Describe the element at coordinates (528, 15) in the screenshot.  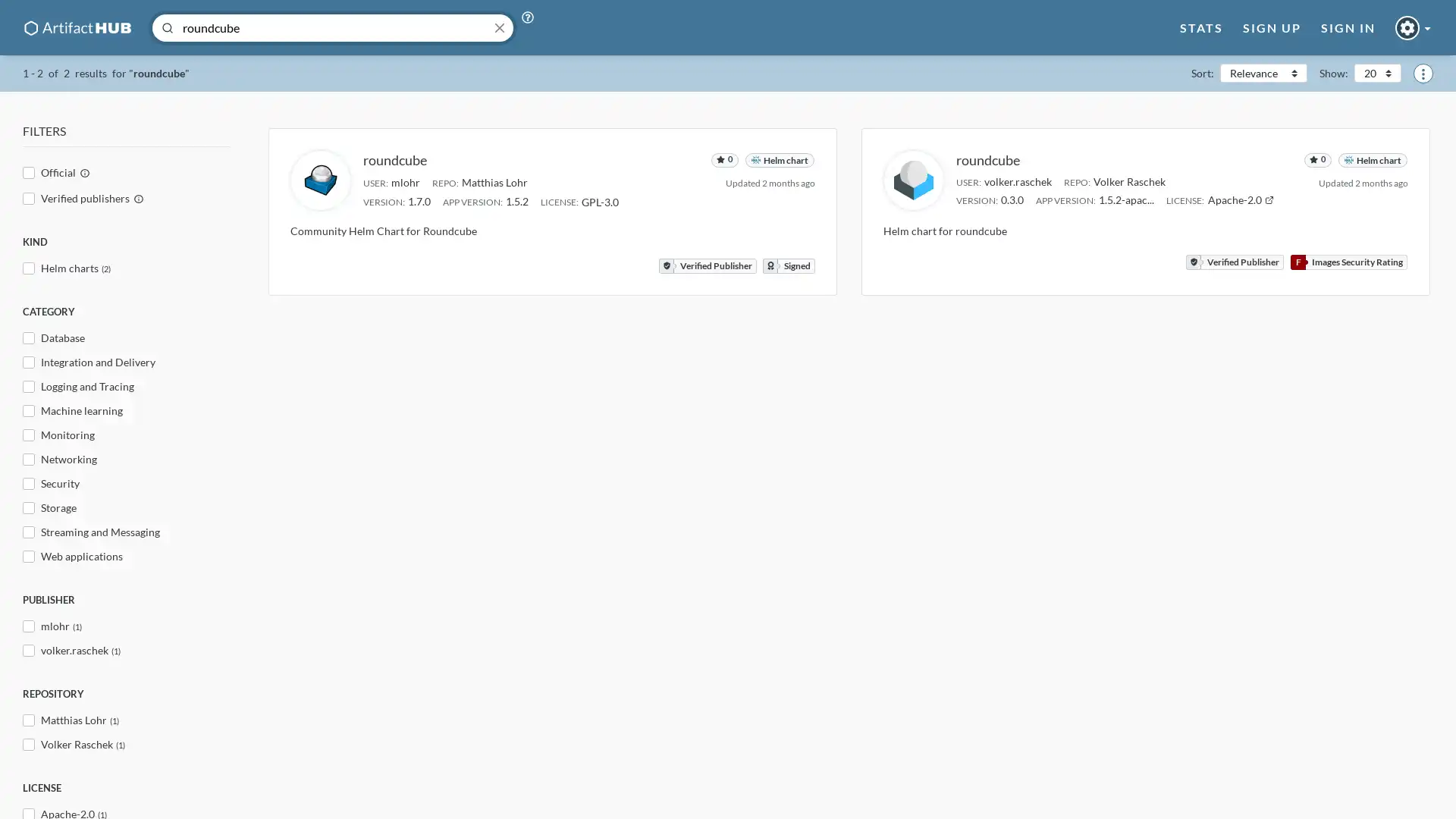
I see `Open search tips modal` at that location.